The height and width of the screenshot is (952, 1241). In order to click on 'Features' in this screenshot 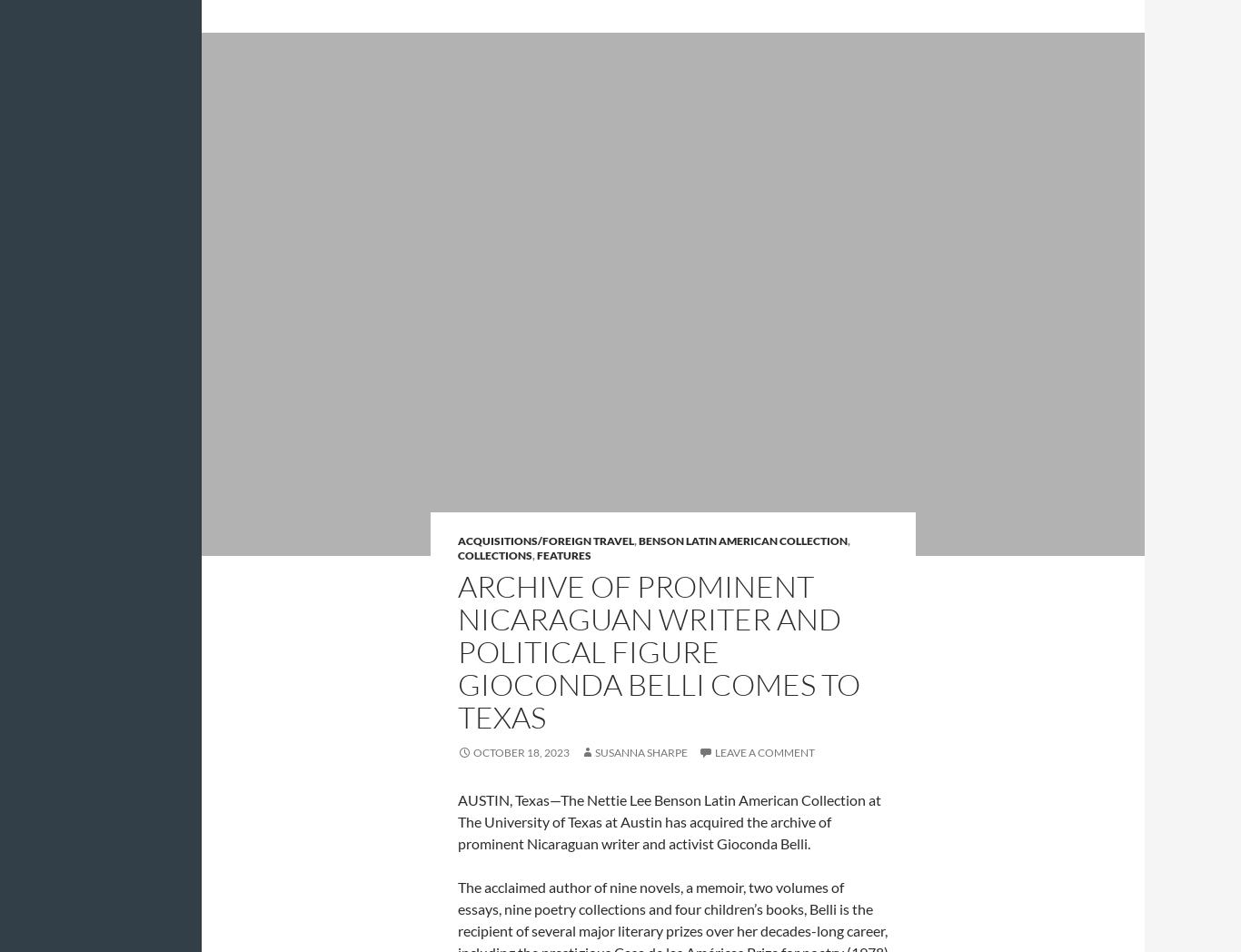, I will do `click(562, 554)`.